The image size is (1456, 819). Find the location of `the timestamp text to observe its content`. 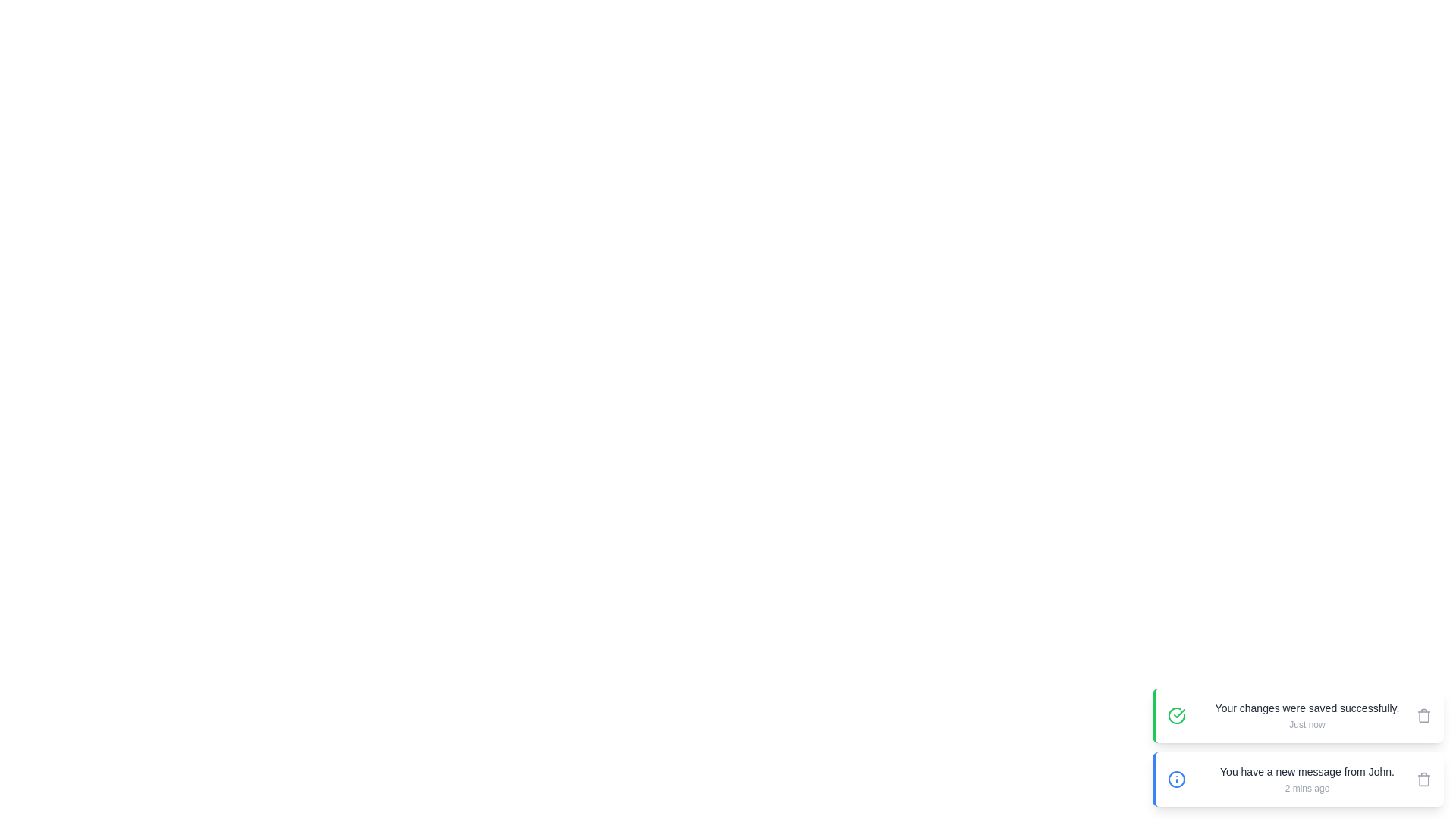

the timestamp text to observe its content is located at coordinates (1306, 724).